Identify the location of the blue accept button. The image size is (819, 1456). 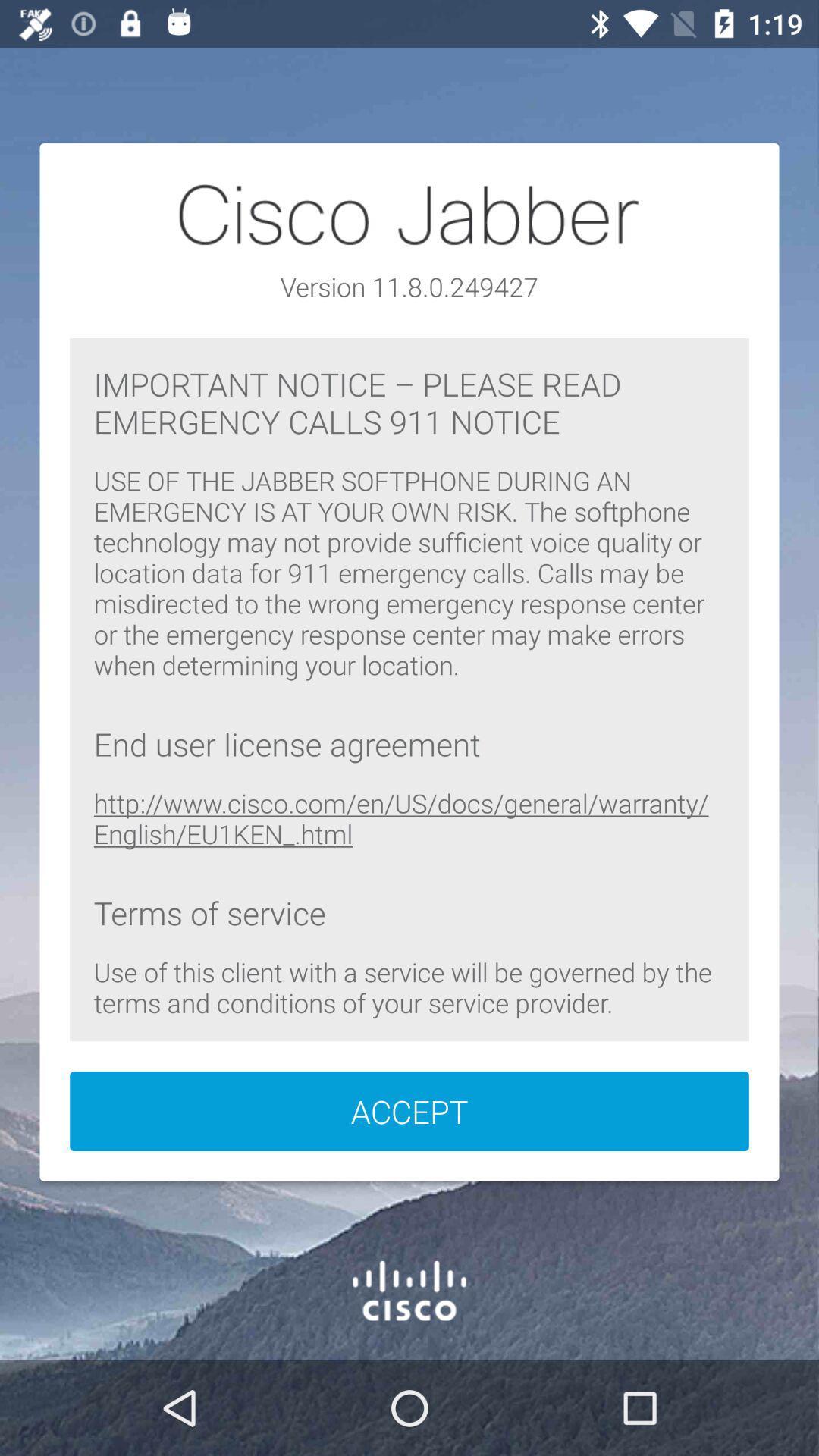
(409, 1111).